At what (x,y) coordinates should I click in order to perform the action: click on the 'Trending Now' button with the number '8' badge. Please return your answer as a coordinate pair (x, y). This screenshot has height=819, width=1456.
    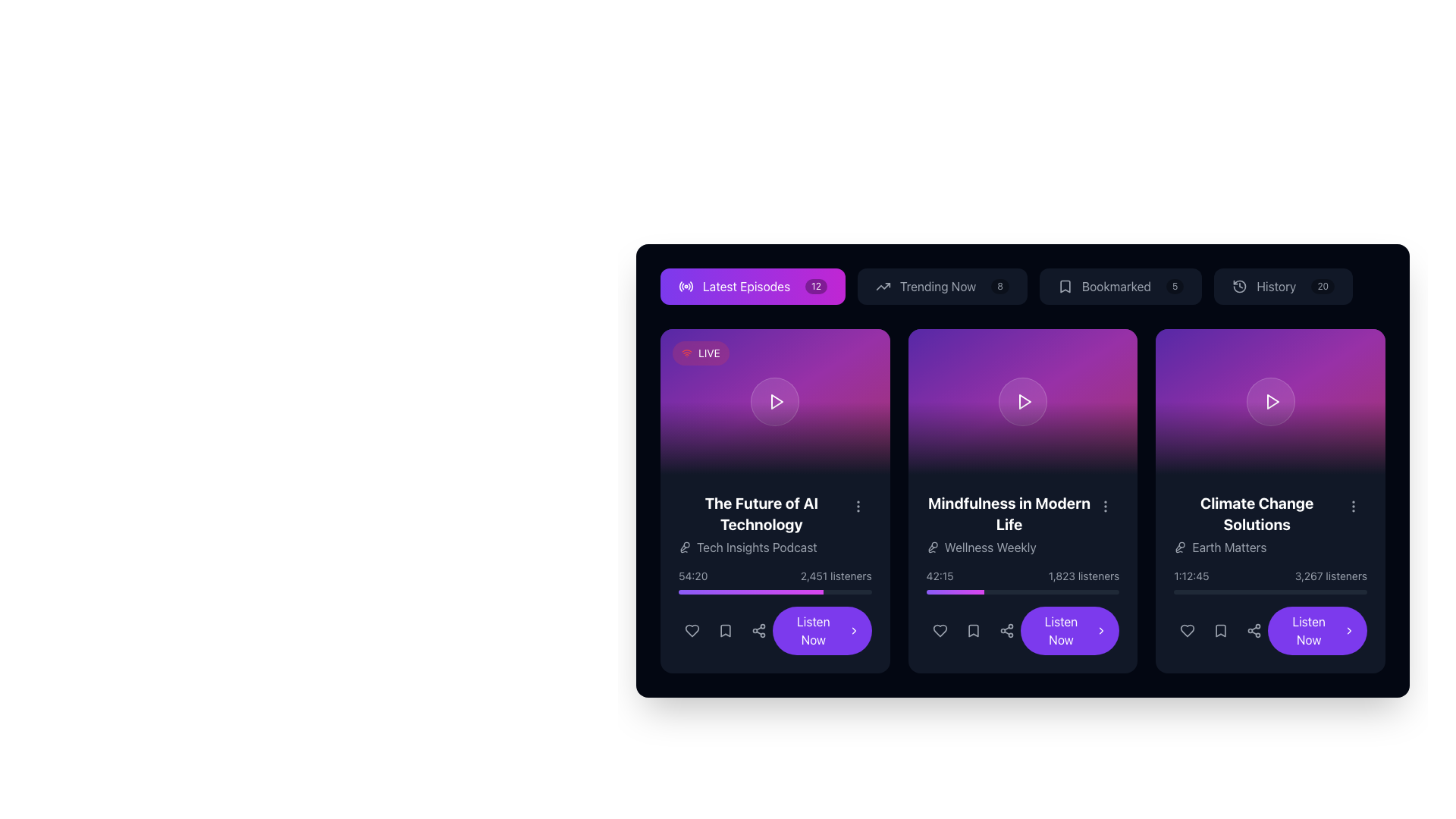
    Looking at the image, I should click on (941, 287).